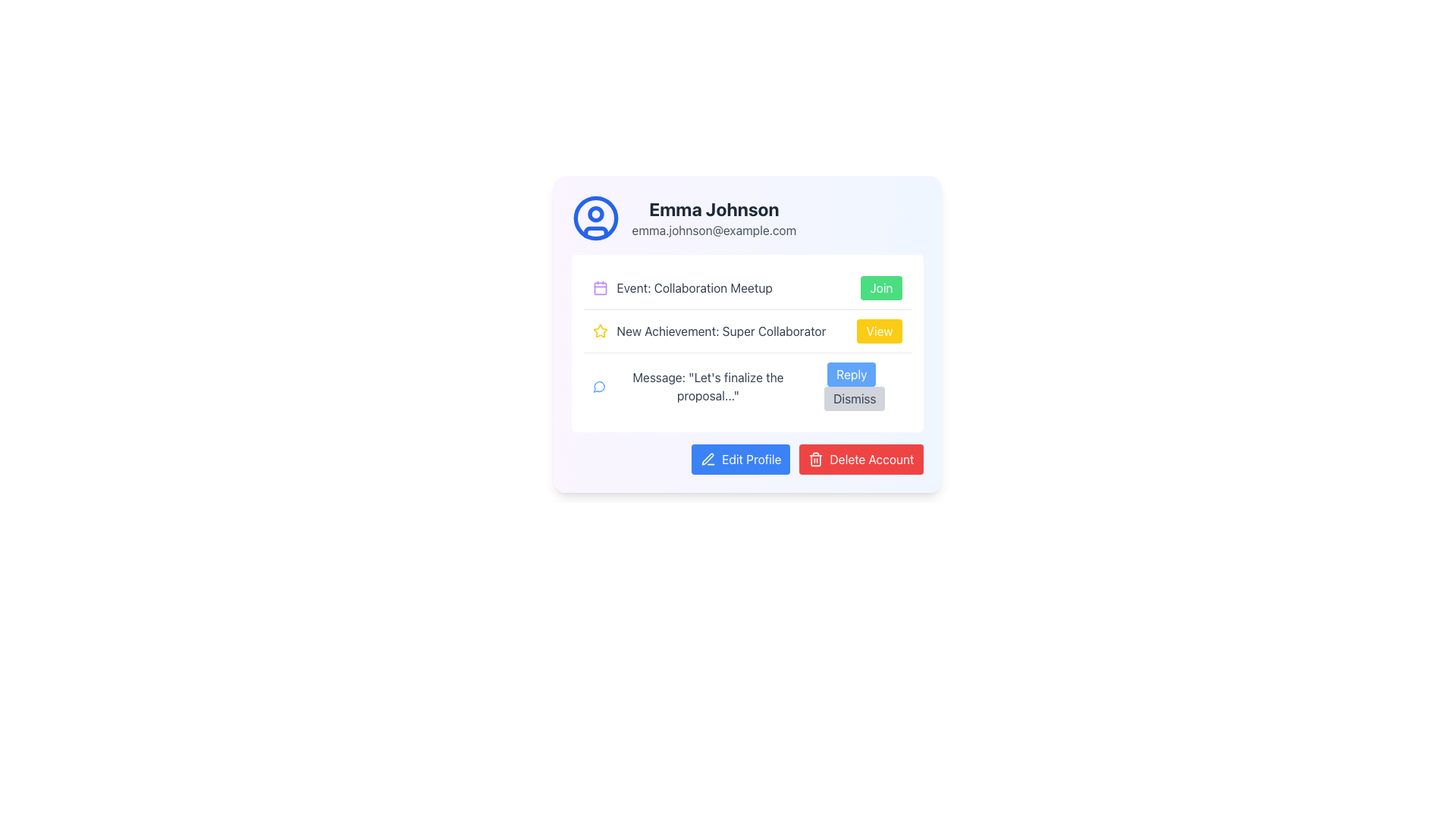 The width and height of the screenshot is (1456, 819). Describe the element at coordinates (880, 288) in the screenshot. I see `the button located to the far right of the text 'Event: Collaboration Meetup' within the first row of the card's content section to join the event` at that location.